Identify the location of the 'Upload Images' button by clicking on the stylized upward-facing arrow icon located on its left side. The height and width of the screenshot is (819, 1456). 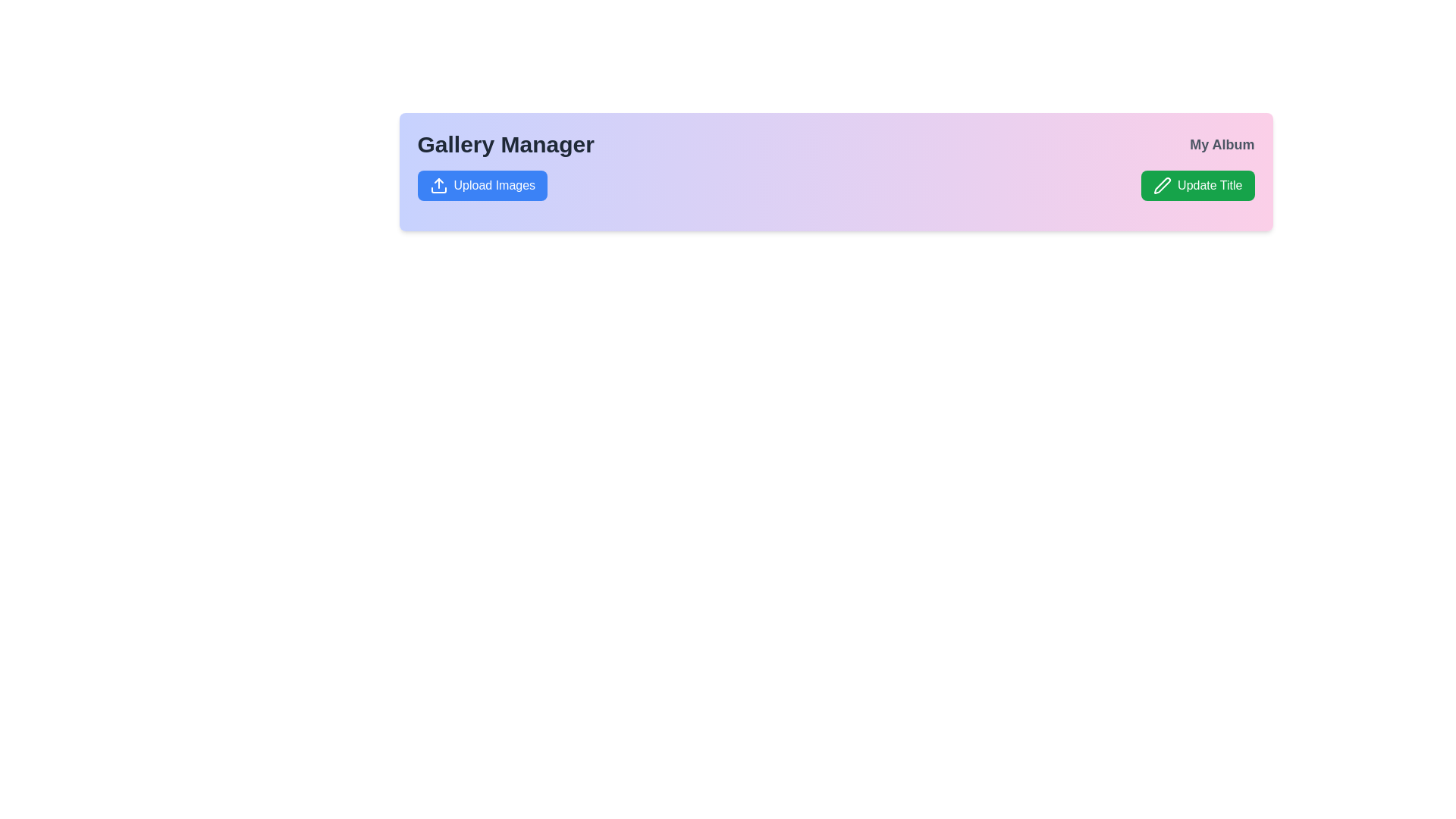
(438, 185).